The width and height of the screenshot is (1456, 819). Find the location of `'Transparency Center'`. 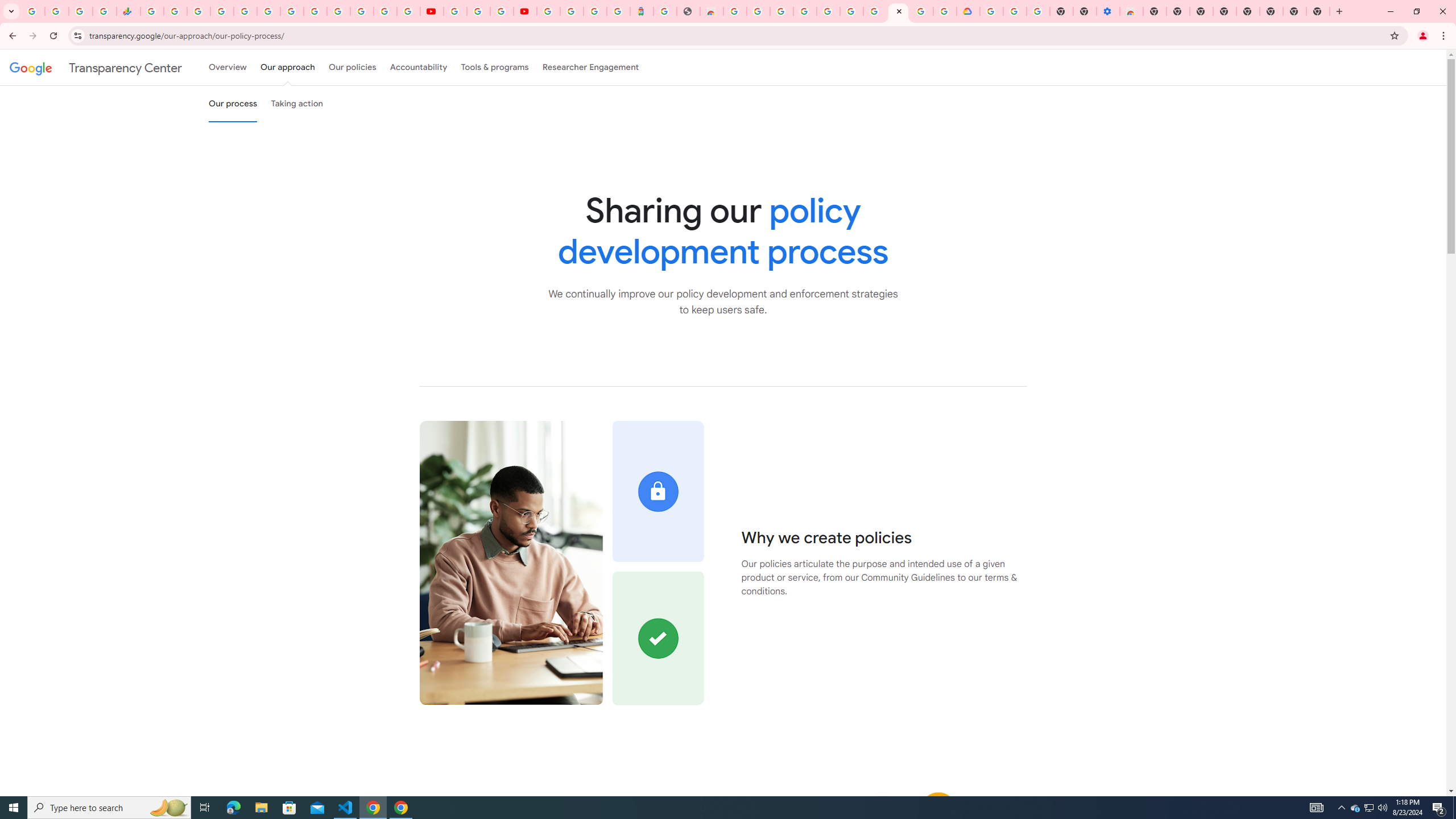

'Transparency Center' is located at coordinates (95, 67).